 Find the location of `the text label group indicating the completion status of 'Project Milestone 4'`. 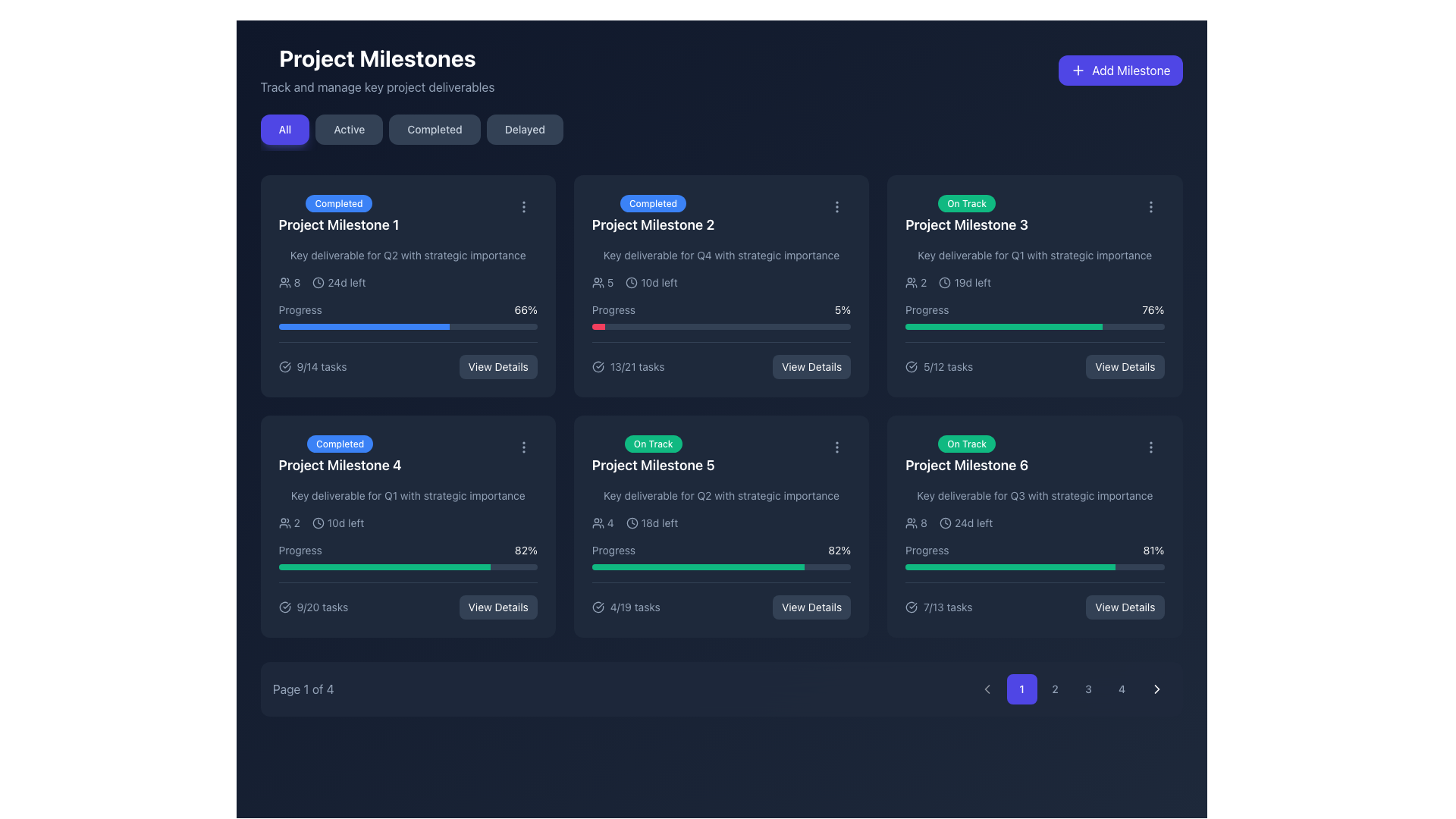

the text label group indicating the completion status of 'Project Milestone 4' is located at coordinates (339, 454).